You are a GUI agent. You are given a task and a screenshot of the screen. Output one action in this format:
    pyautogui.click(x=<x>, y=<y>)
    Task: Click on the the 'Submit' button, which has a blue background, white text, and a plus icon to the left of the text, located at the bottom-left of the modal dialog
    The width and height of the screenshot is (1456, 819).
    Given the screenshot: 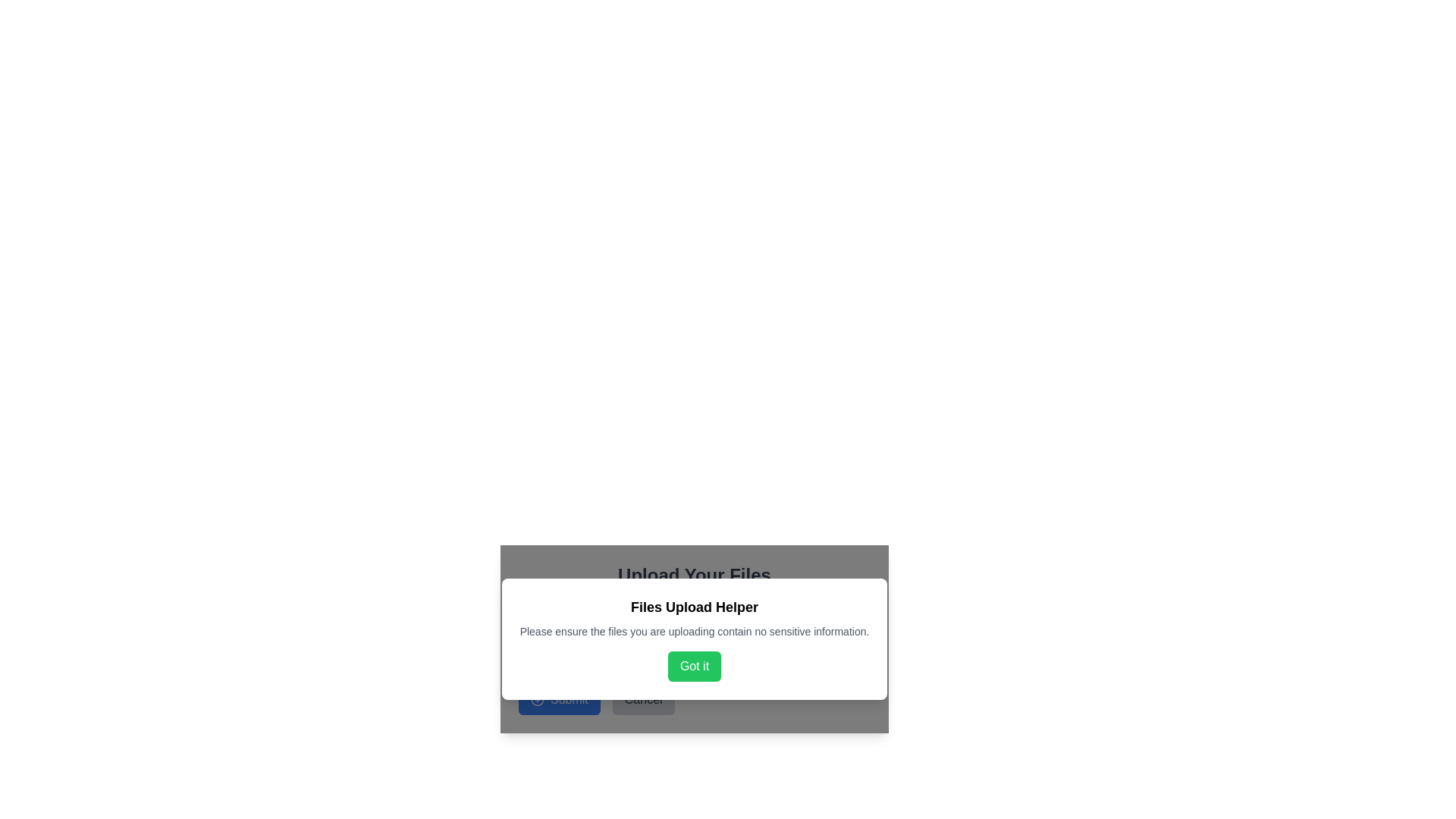 What is the action you would take?
    pyautogui.click(x=558, y=699)
    